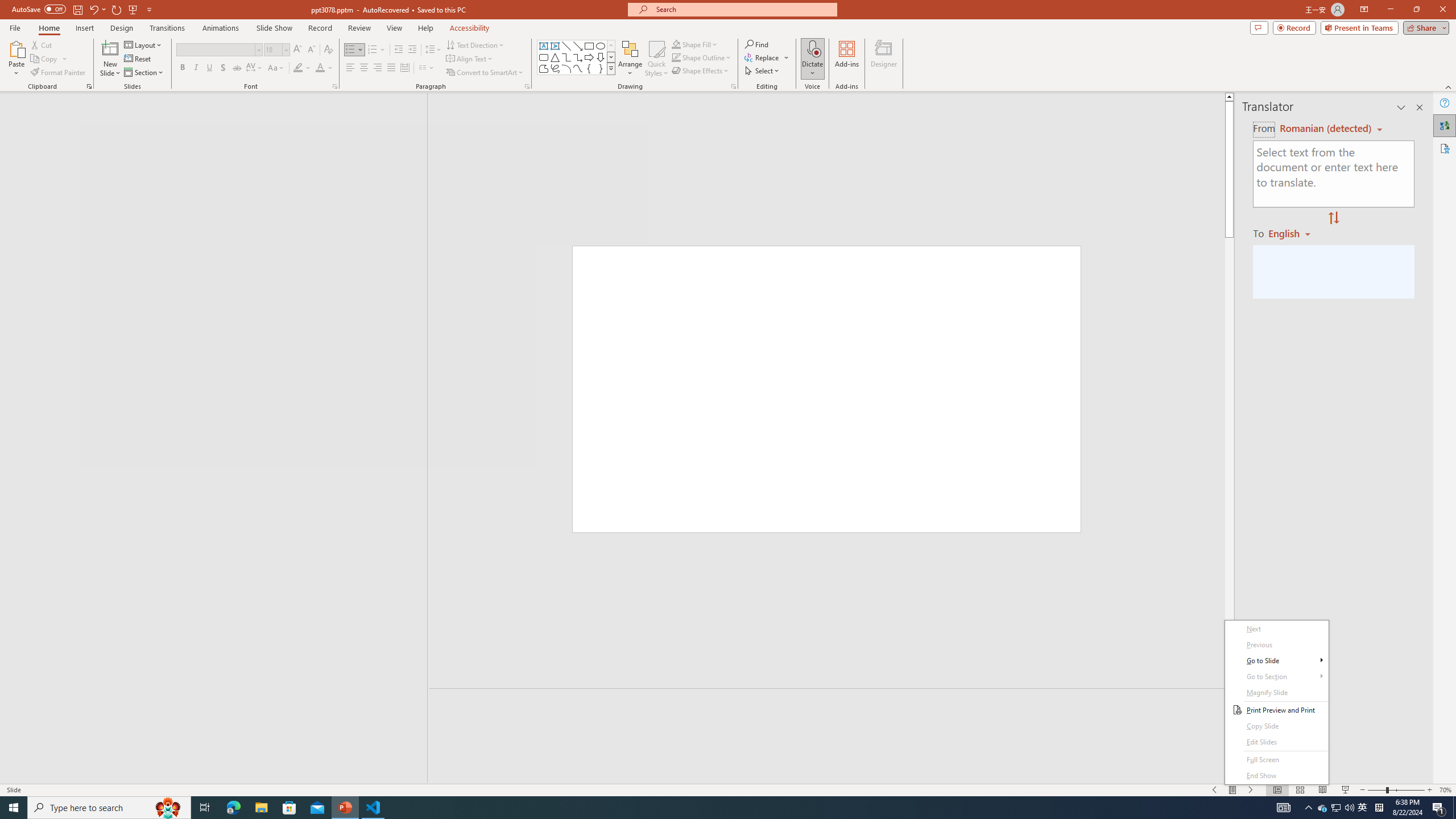 This screenshot has height=819, width=1456. I want to click on 'Numbering', so click(373, 49).